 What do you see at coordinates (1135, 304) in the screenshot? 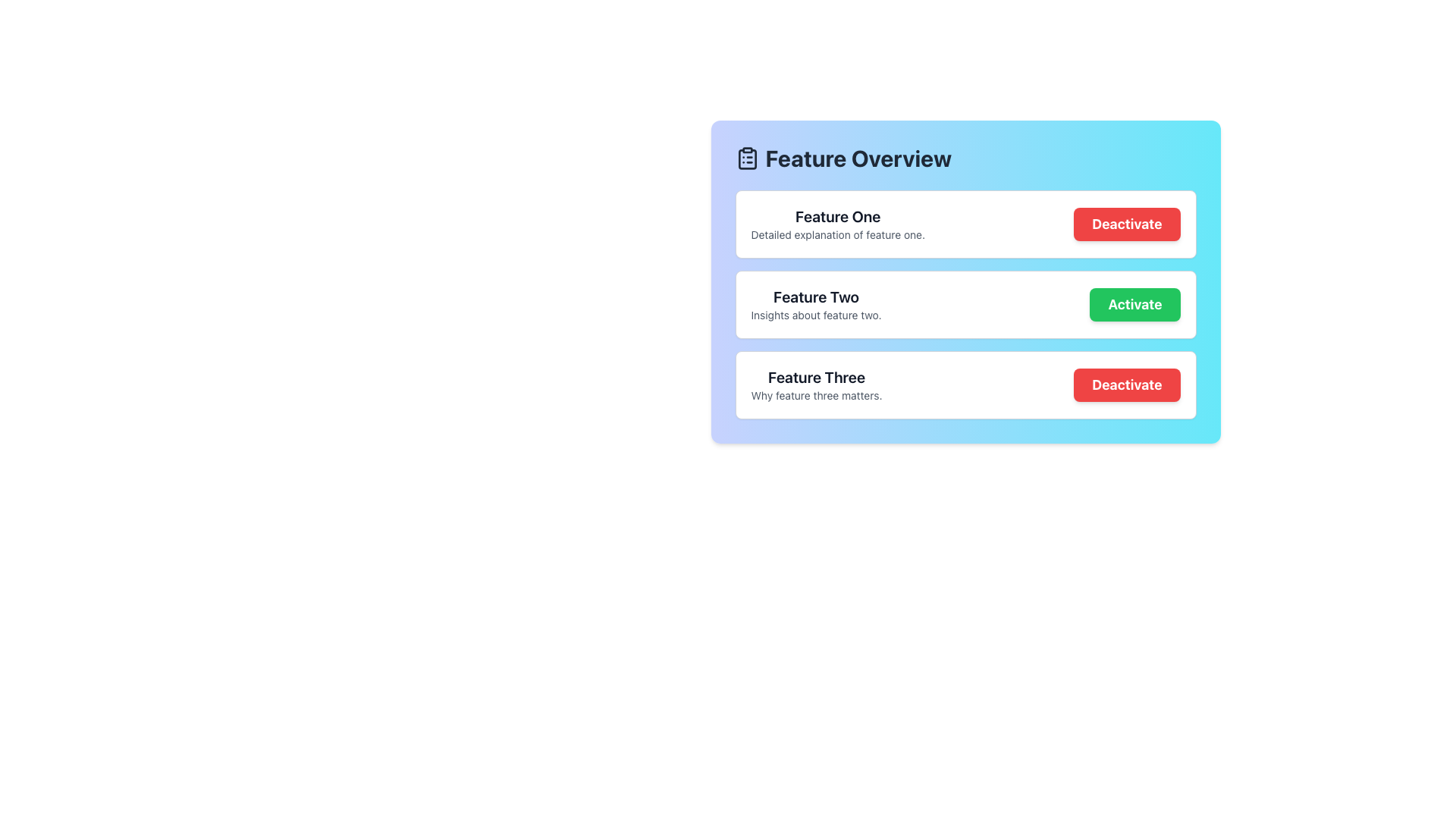
I see `the green button on the right-hand side of the 'Feature Two' section` at bounding box center [1135, 304].